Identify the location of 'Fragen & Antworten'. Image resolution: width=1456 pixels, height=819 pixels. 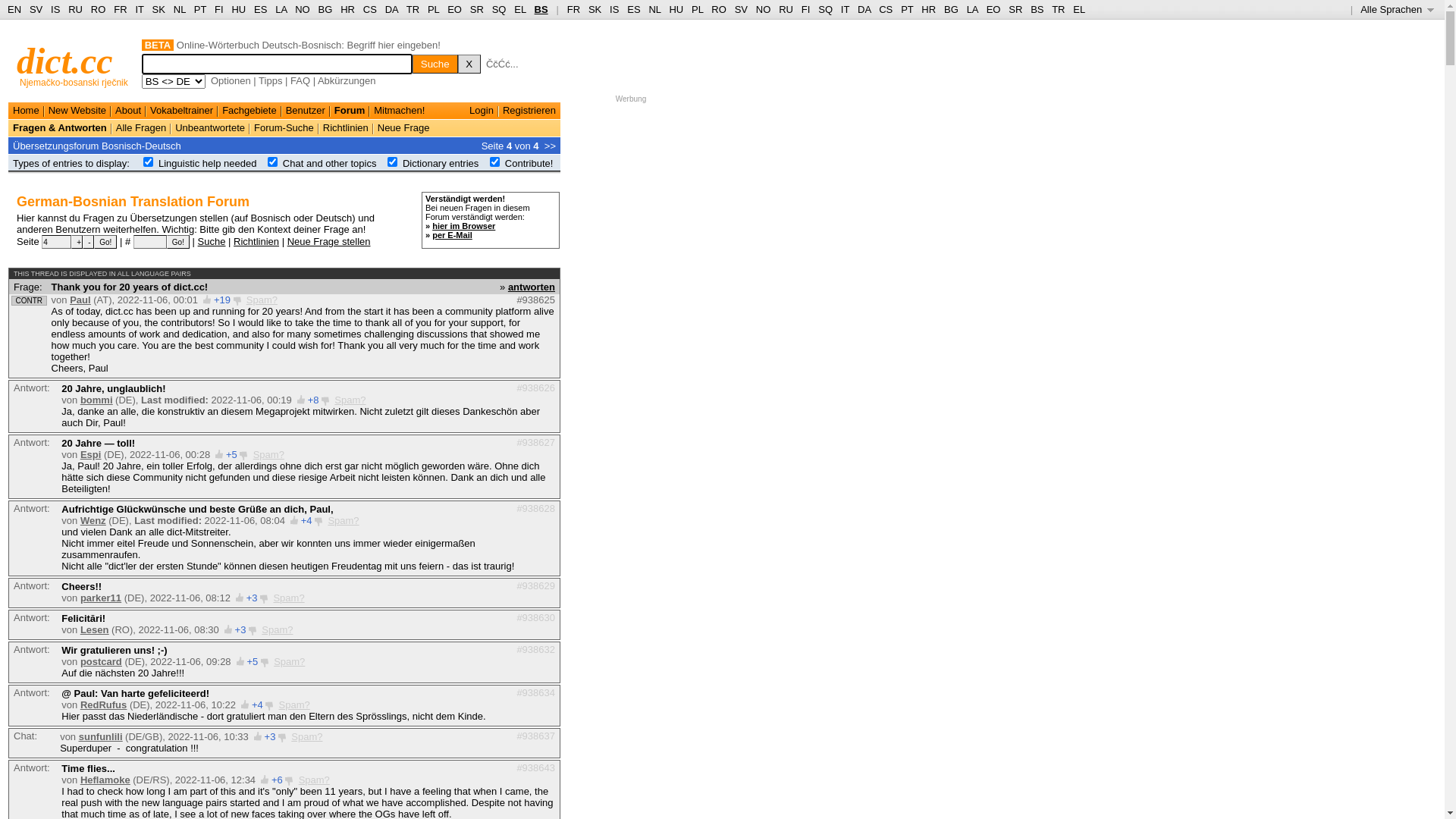
(13, 127).